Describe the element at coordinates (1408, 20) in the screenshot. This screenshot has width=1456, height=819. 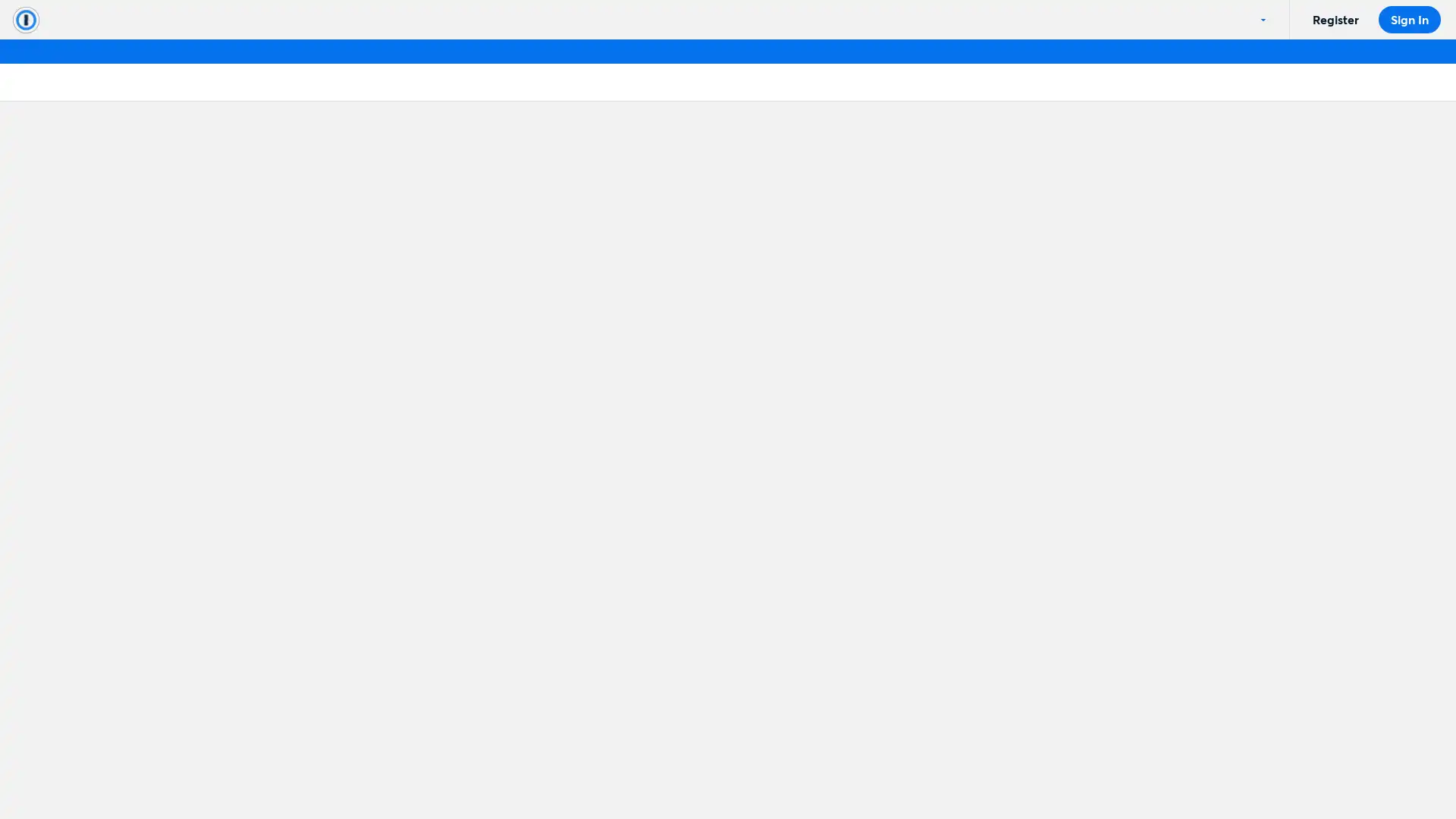
I see `Sign In` at that location.